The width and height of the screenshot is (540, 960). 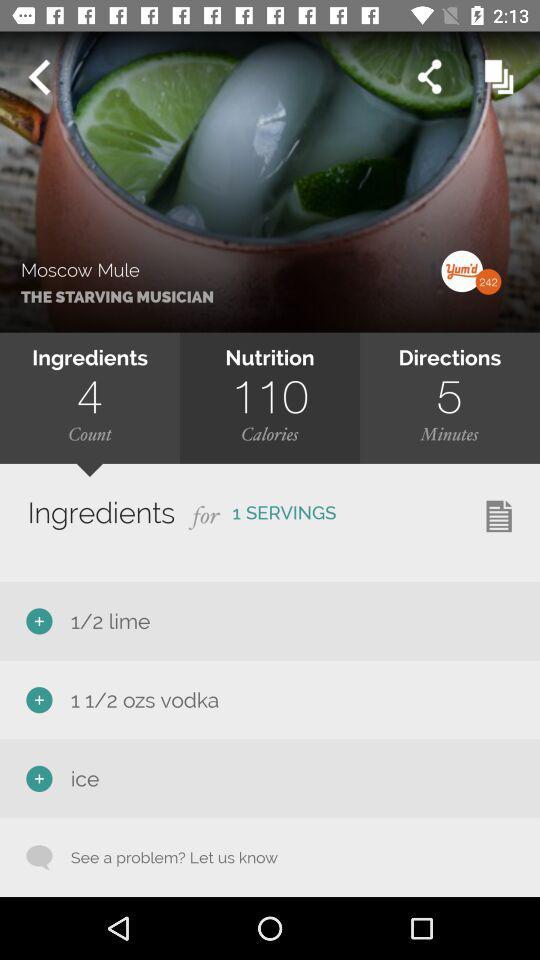 I want to click on item to the left of the see a problem, so click(x=39, y=856).